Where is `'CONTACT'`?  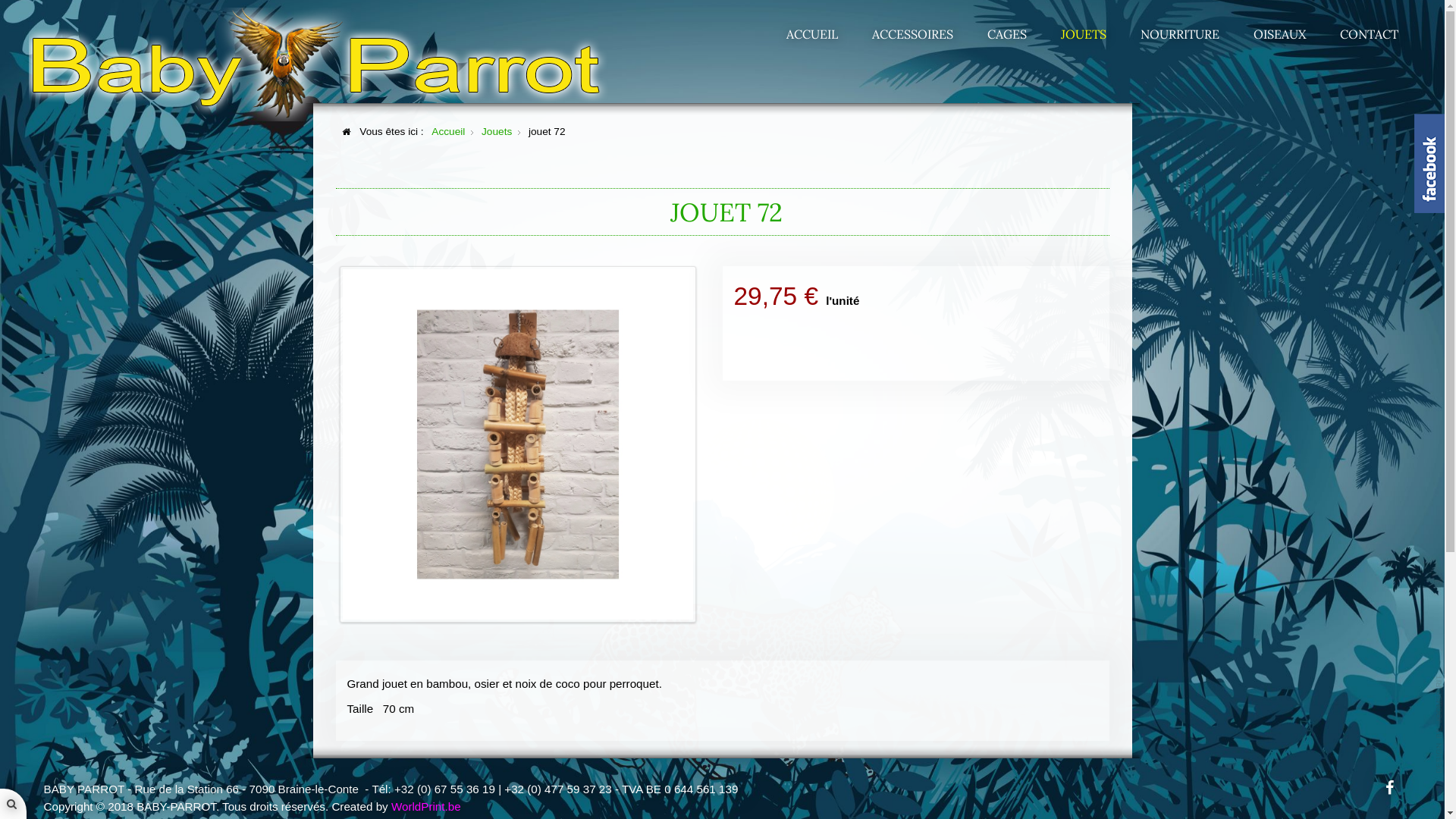
'CONTACT' is located at coordinates (1323, 34).